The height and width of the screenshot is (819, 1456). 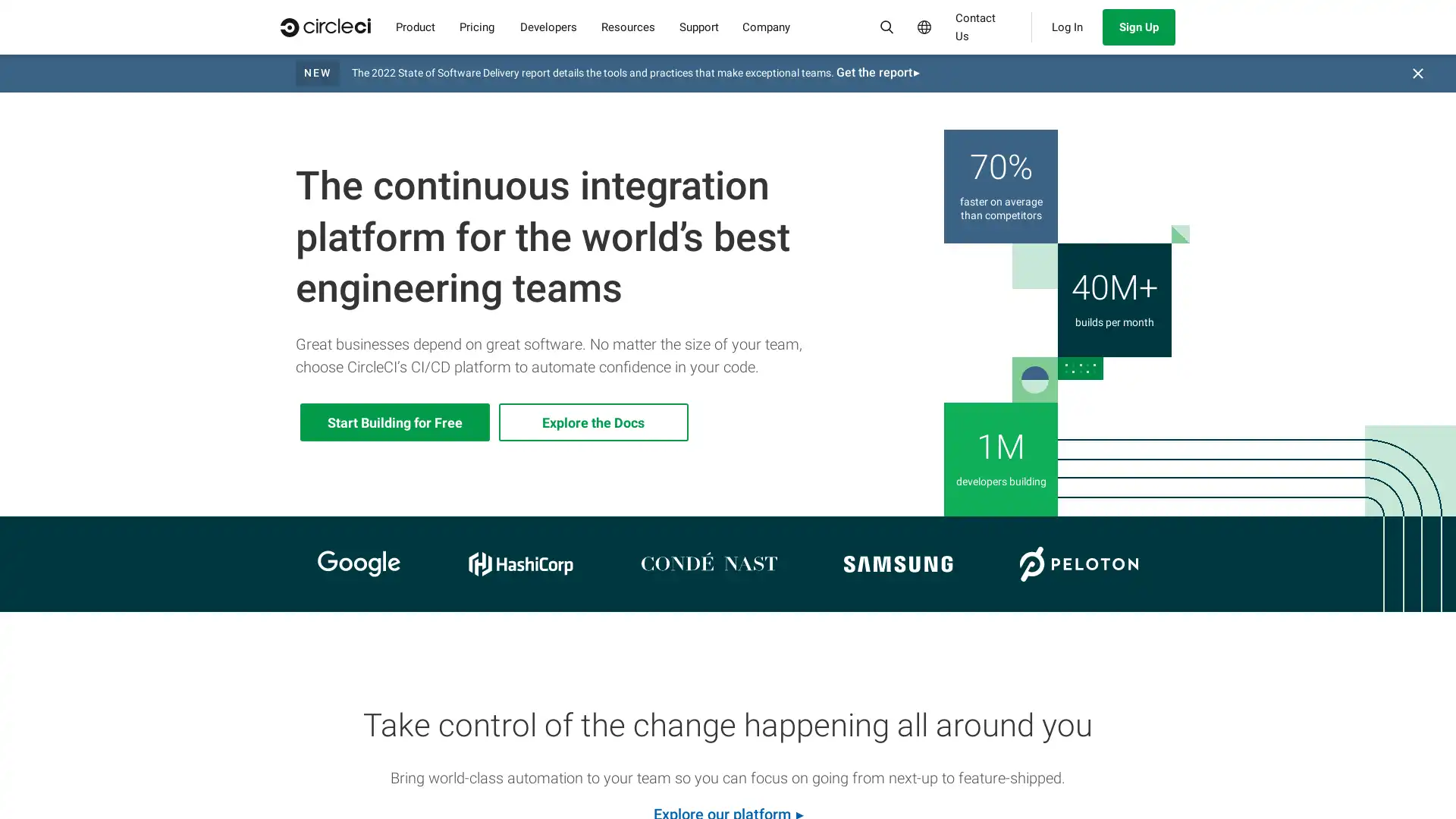 What do you see at coordinates (924, 27) in the screenshot?
I see `Select Language` at bounding box center [924, 27].